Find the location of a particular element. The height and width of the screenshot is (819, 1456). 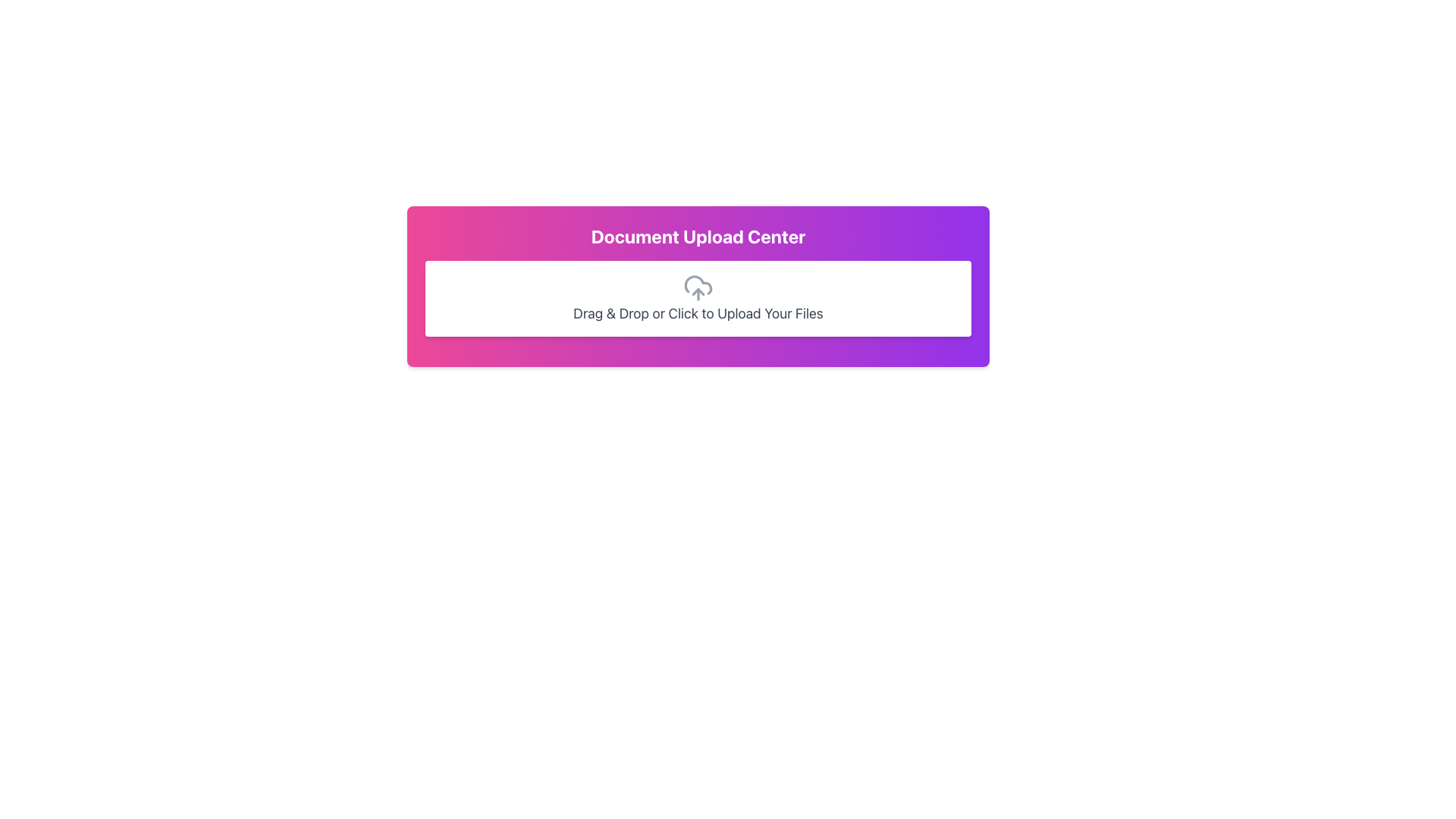

the 'Document Upload Center' text label, which is a bold and large font styled element located at the top of a gradient background panel transitioning from pink to purple is located at coordinates (698, 237).